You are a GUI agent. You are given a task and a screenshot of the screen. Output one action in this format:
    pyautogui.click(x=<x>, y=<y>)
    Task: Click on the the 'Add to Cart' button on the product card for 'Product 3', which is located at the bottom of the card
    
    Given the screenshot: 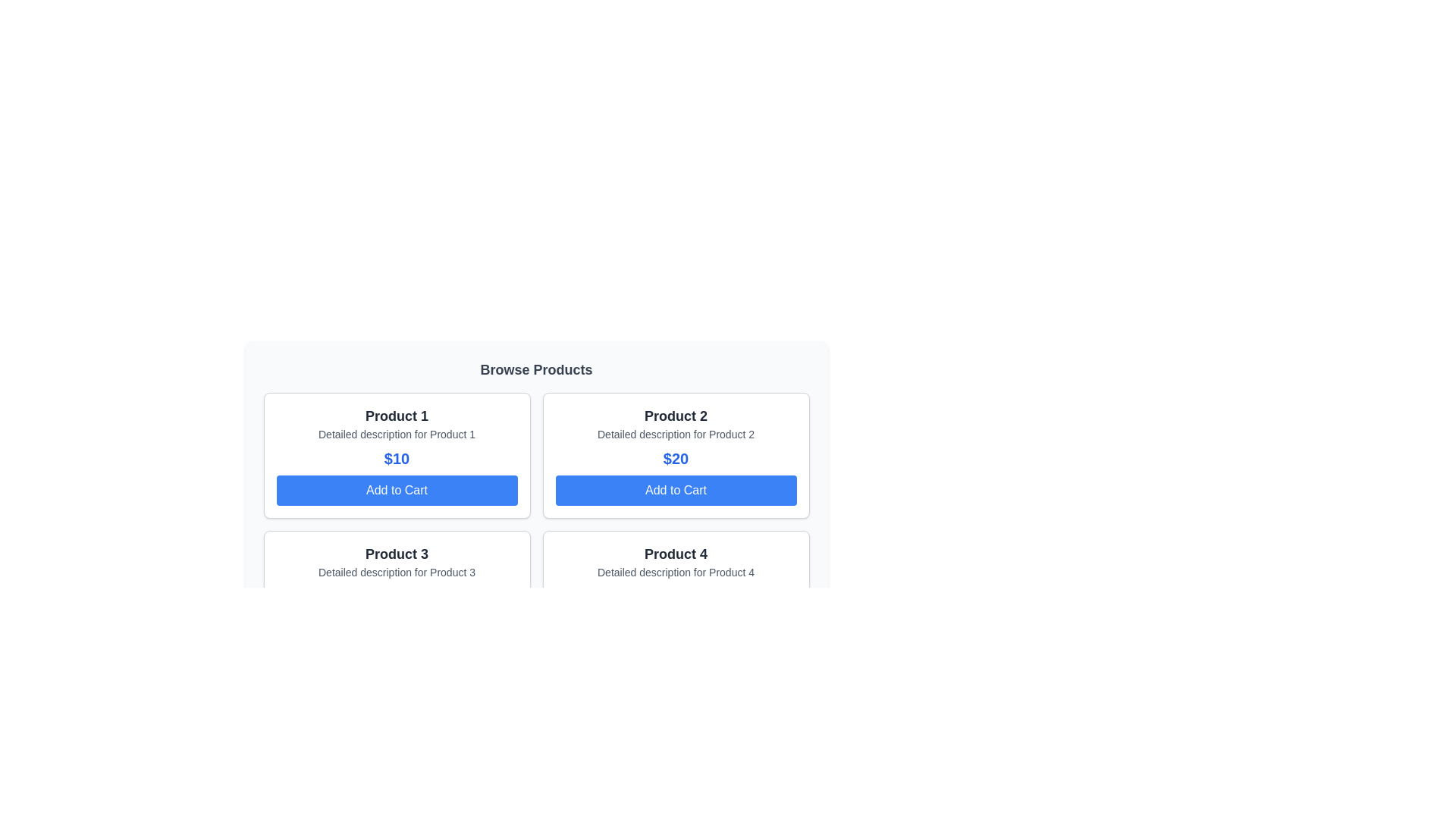 What is the action you would take?
    pyautogui.click(x=397, y=593)
    